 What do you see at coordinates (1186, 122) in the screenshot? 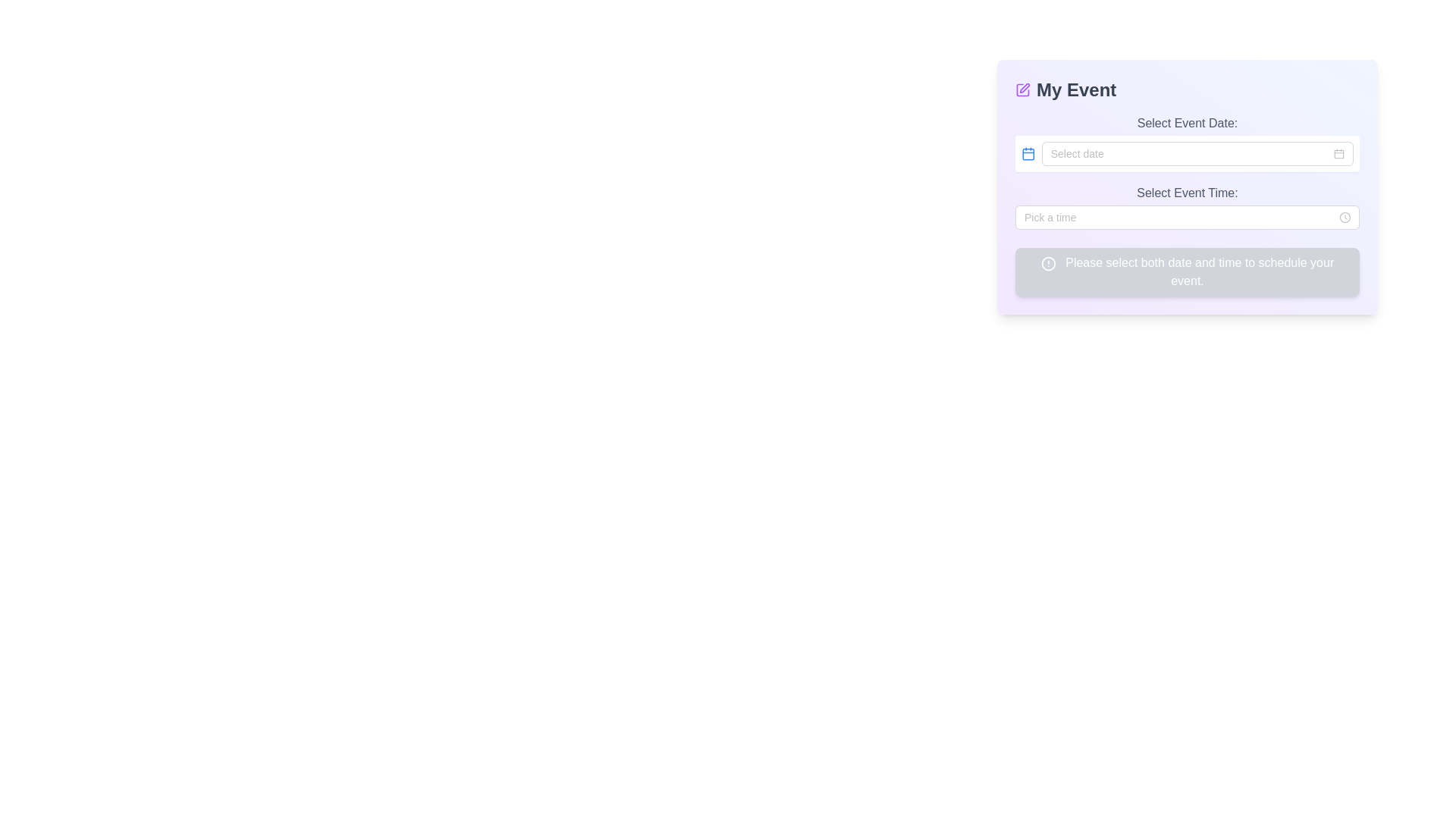
I see `the text label 'Select Event Date:' which is positioned above the date-picker input field in a form-like interface` at bounding box center [1186, 122].